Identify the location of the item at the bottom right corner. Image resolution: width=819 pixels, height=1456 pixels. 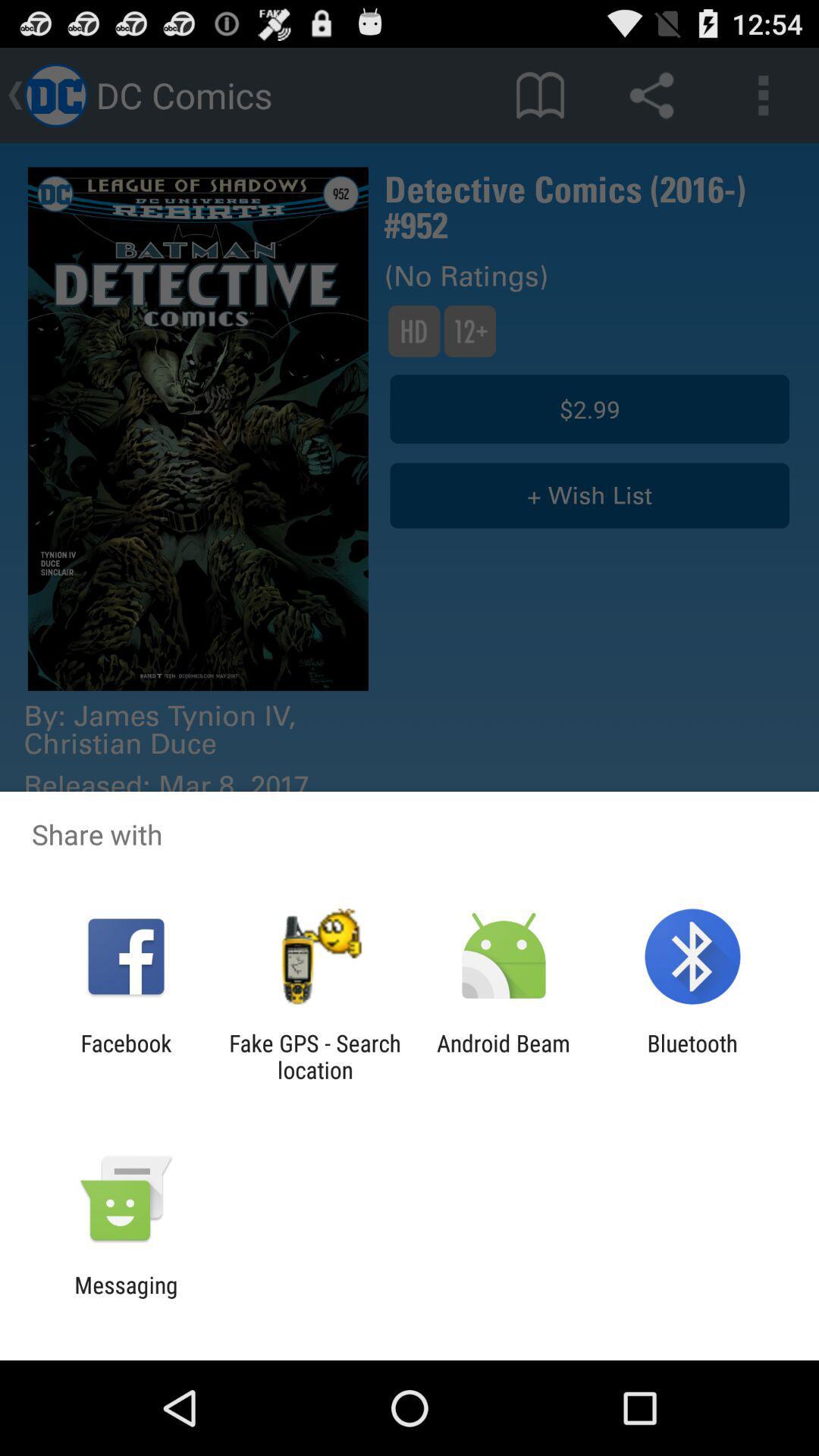
(692, 1056).